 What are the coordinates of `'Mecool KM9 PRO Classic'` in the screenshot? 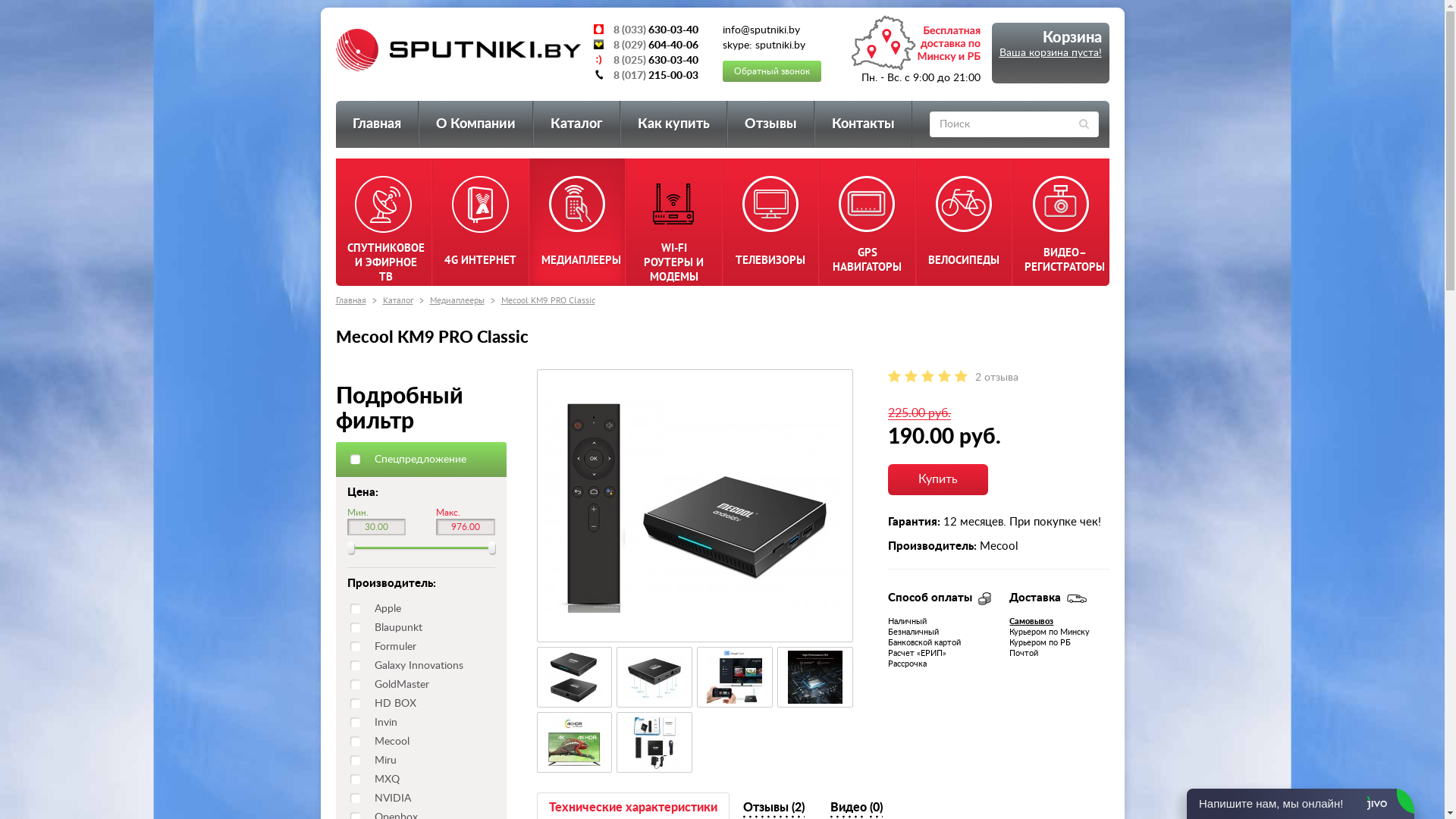 It's located at (574, 676).